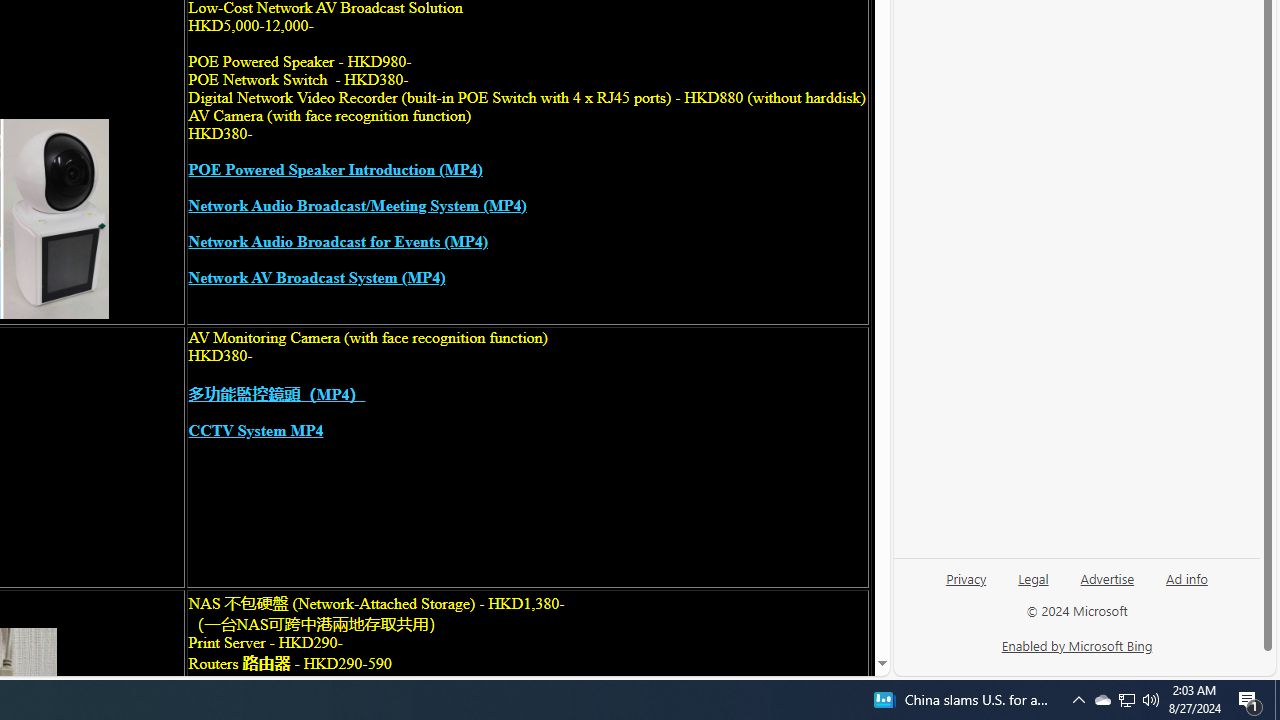 The width and height of the screenshot is (1280, 720). What do you see at coordinates (315, 278) in the screenshot?
I see `'Network AV Broadcast System (MP4)'` at bounding box center [315, 278].